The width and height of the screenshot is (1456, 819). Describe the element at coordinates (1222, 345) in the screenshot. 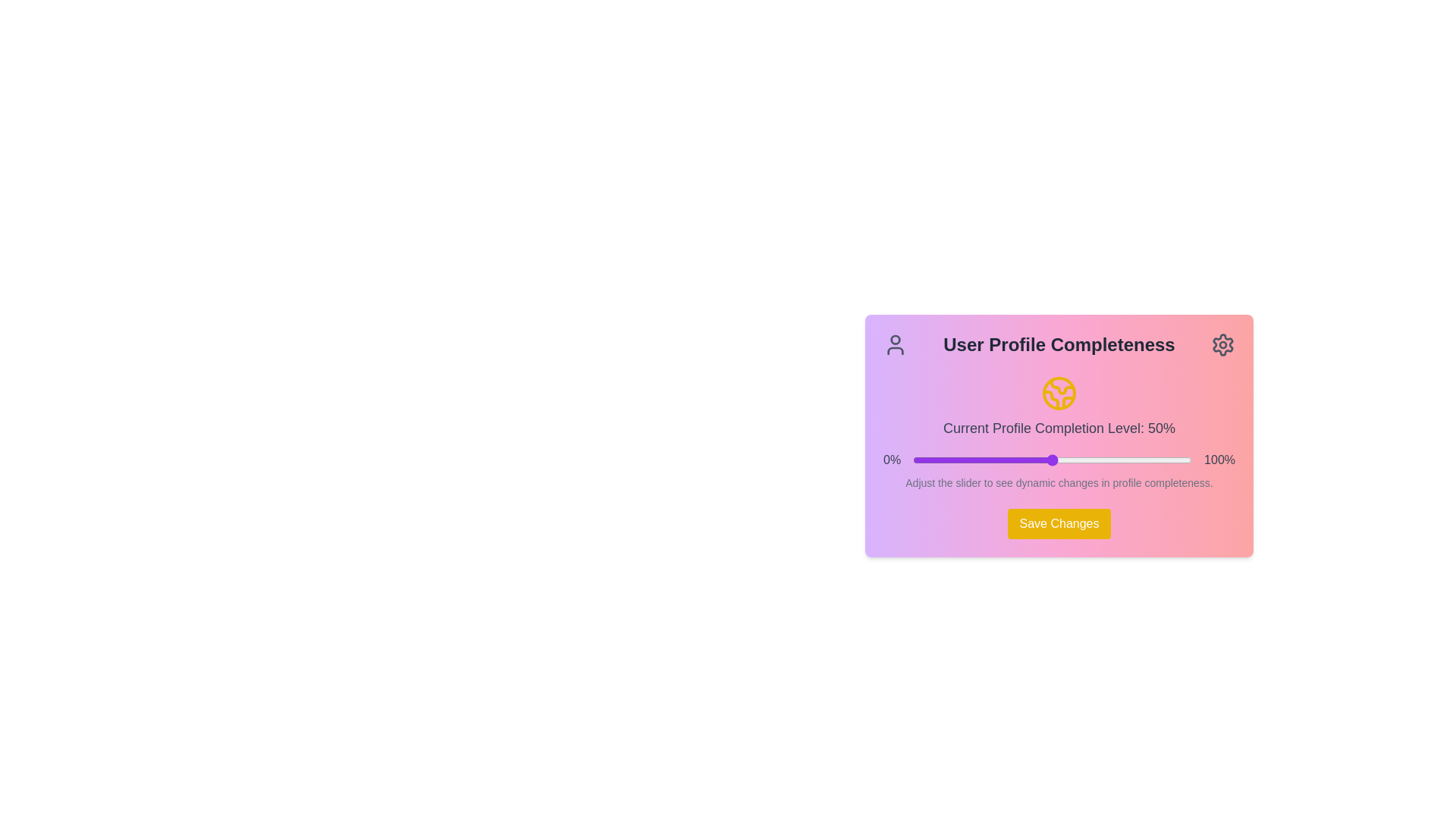

I see `the settings icon located at the top-right corner of the 'User Profile Completeness' widget for keyboard navigation` at that location.